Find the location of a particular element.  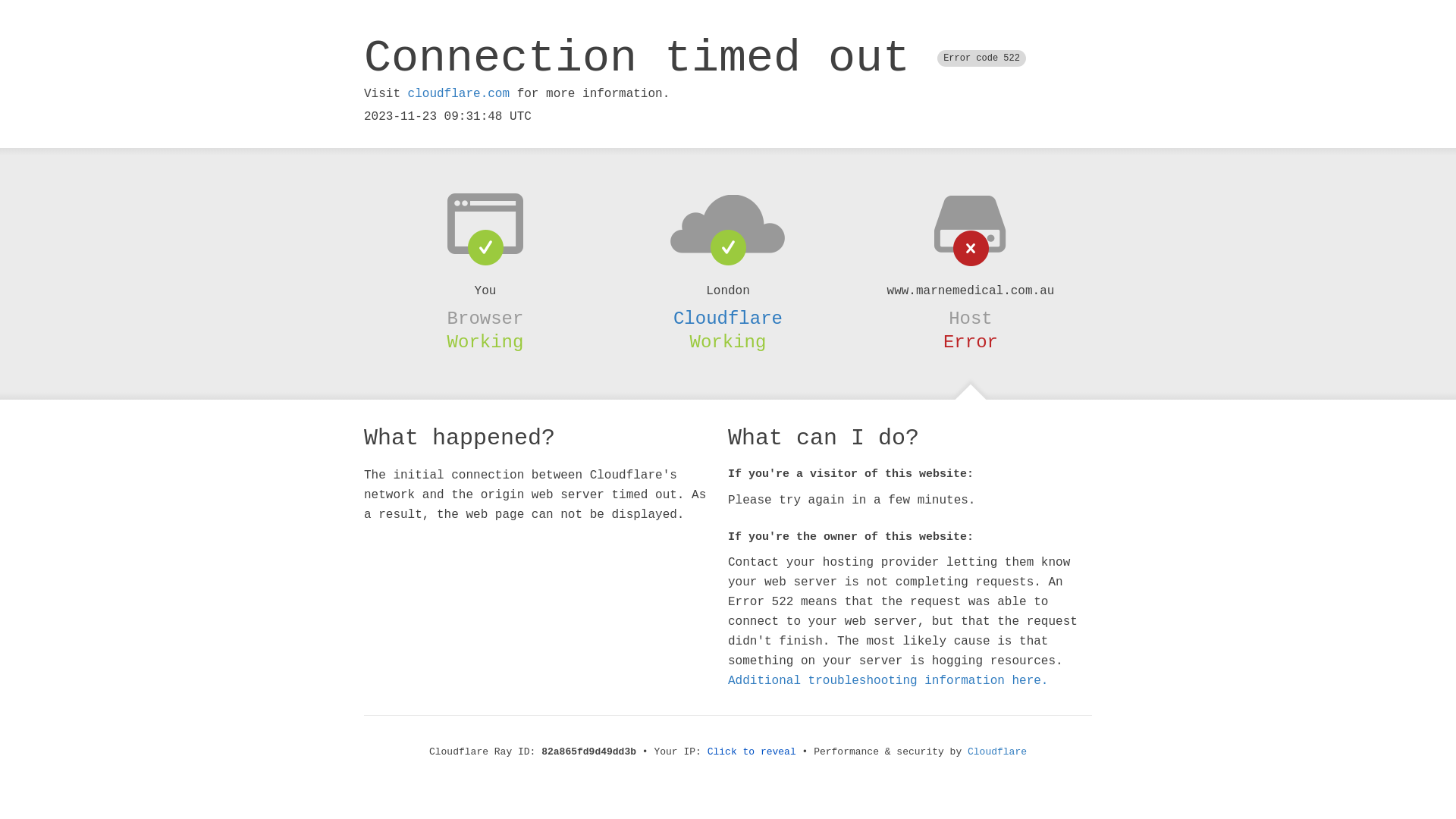

'Cloudflare' is located at coordinates (728, 318).